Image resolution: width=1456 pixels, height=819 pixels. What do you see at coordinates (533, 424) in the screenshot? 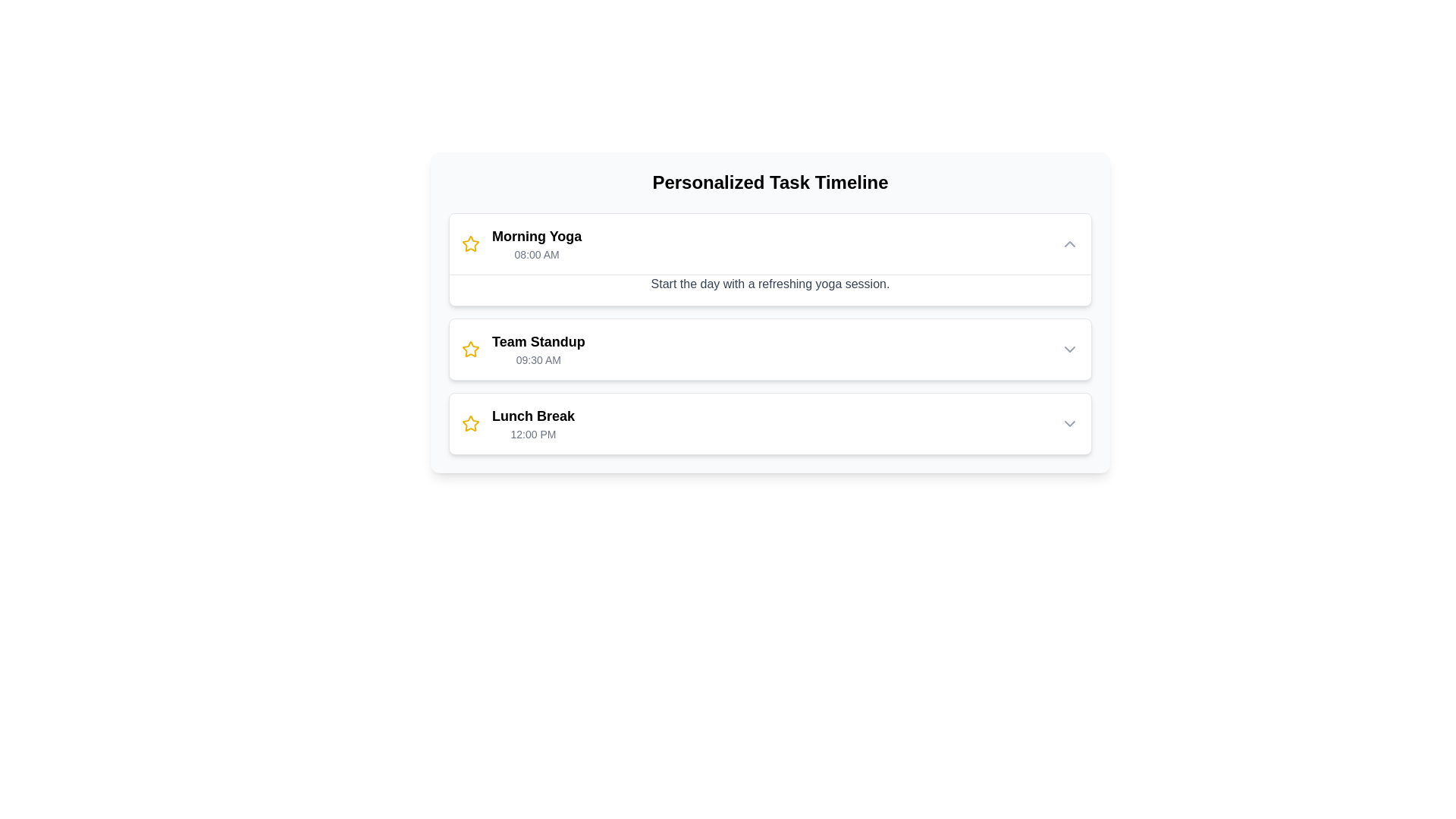
I see `text content displayed in the bottom-most task entry labeled 'Lunch Break' with a time slot of '12:00 PM'` at bounding box center [533, 424].